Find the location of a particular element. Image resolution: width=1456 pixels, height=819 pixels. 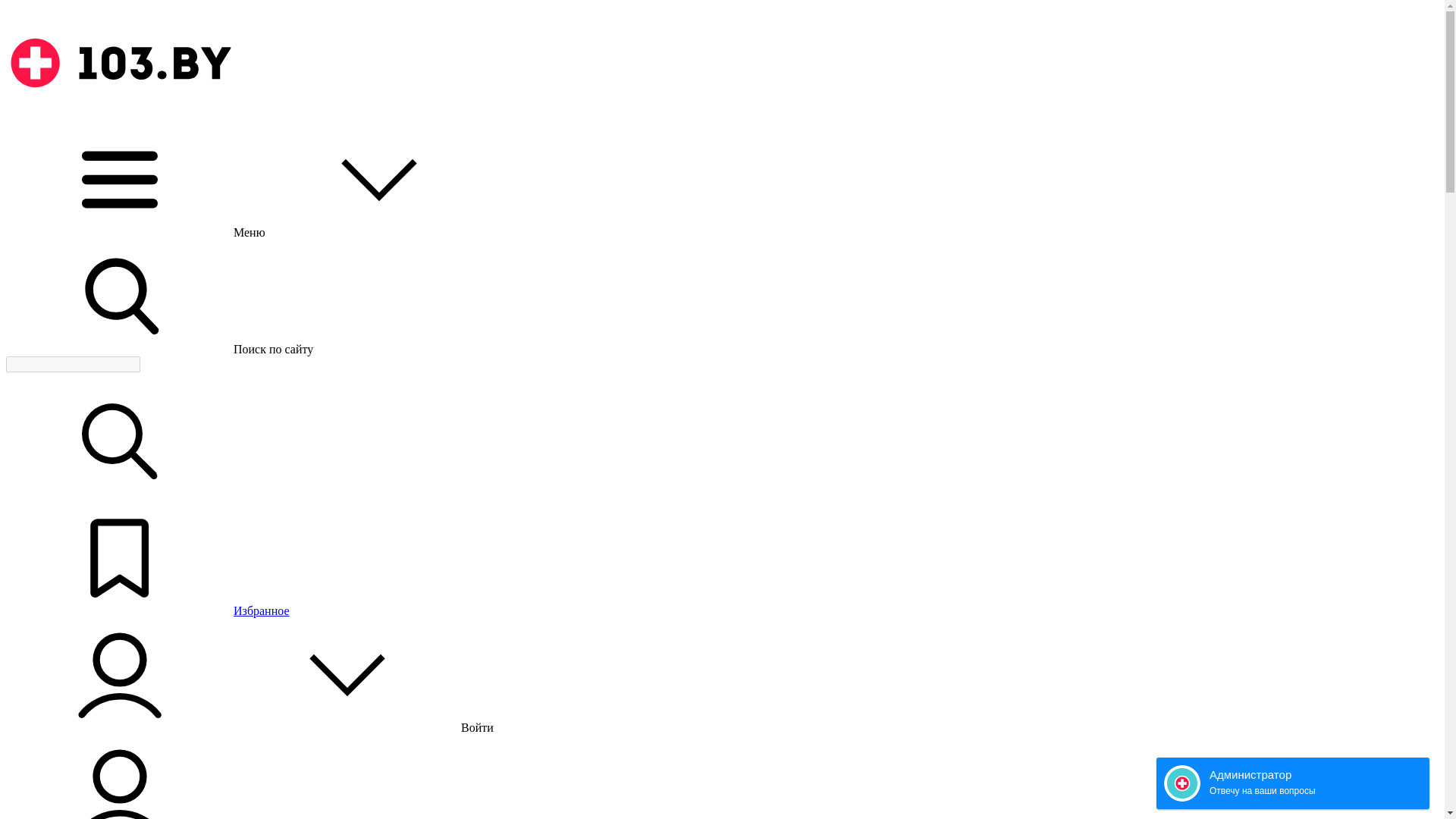

'logo' is located at coordinates (119, 62).